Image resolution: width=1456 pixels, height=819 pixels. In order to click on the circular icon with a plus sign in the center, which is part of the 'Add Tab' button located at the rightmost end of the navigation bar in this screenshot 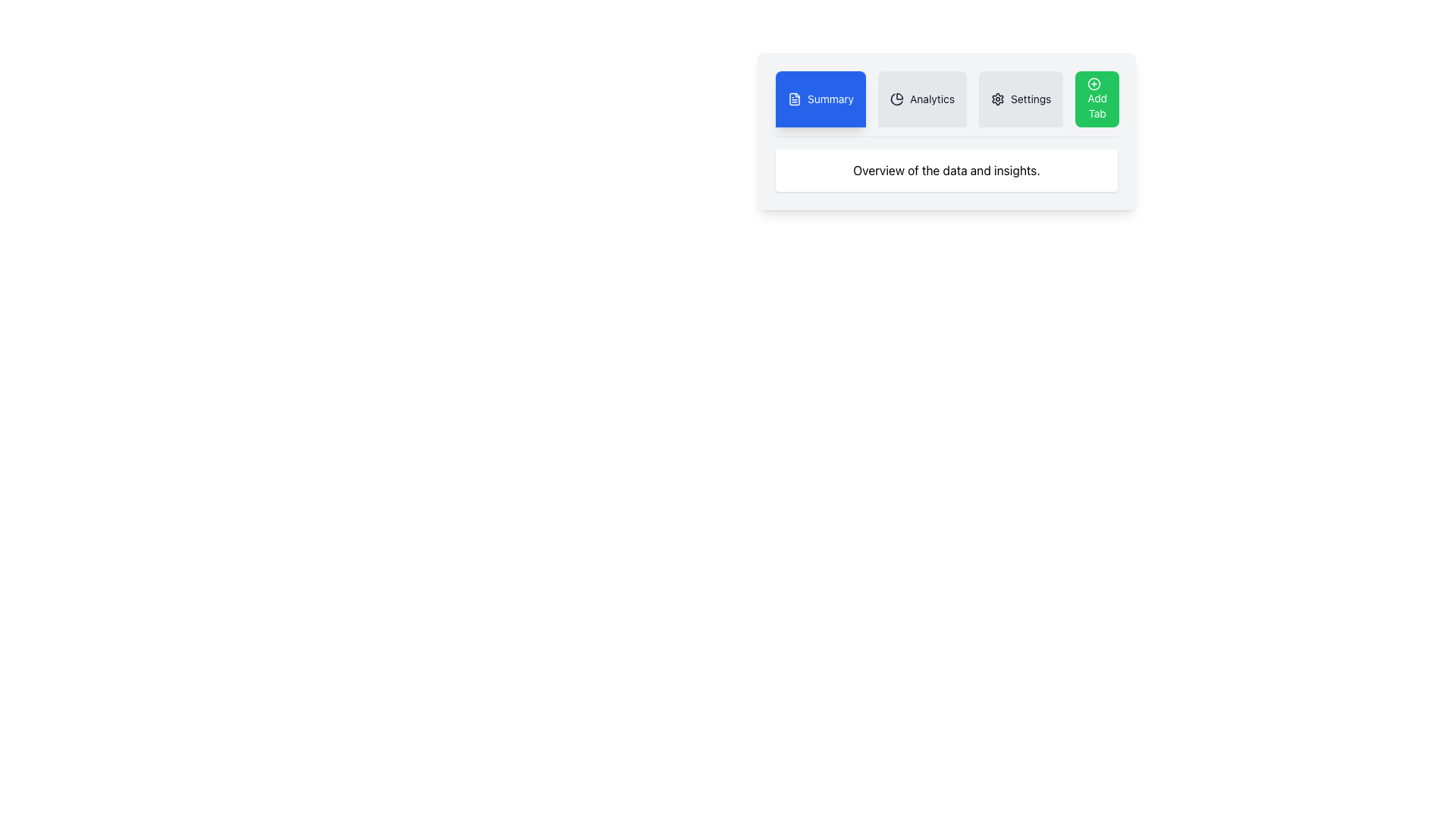, I will do `click(1094, 84)`.